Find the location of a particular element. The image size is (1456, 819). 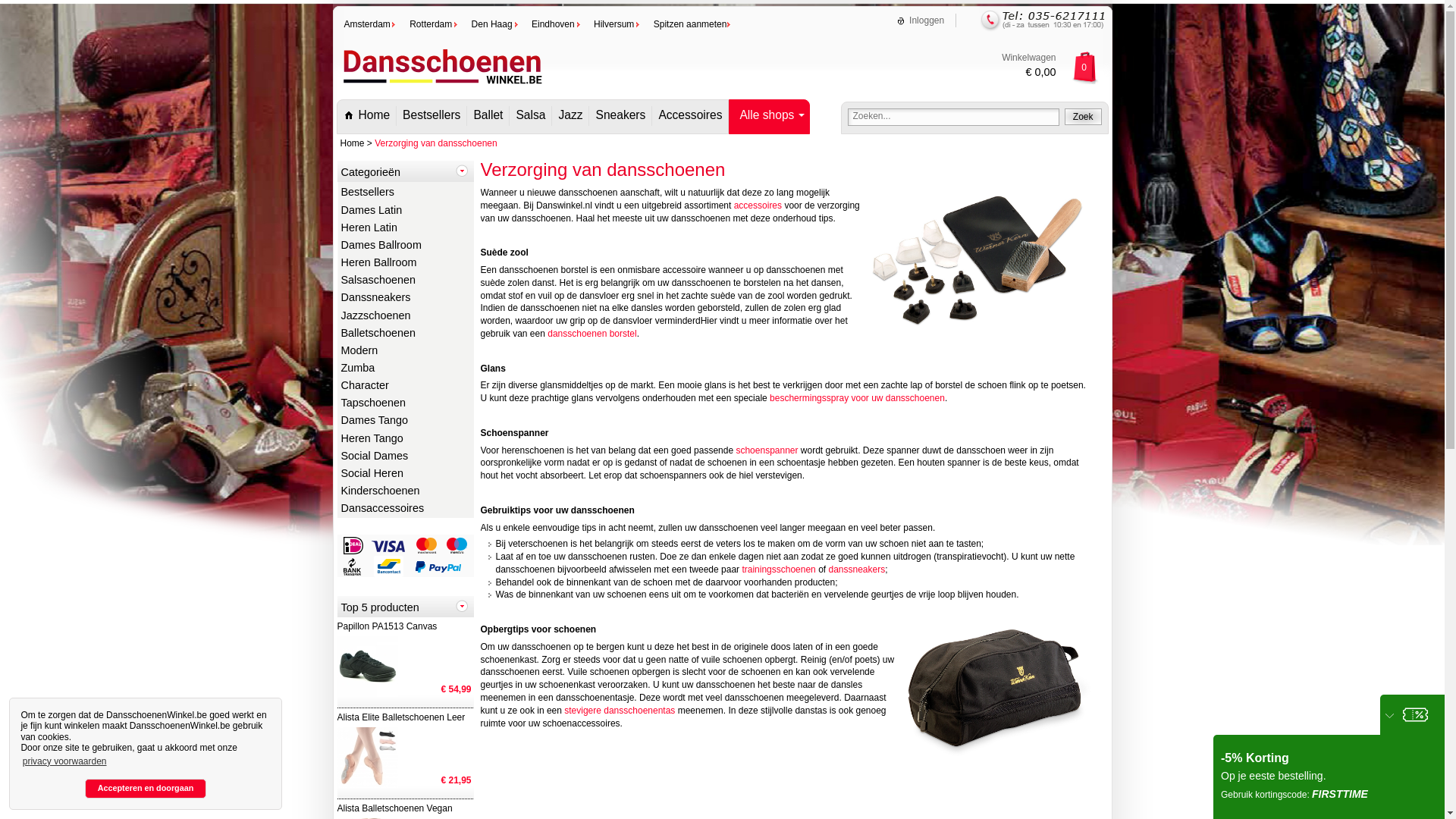

'Amsterdam' is located at coordinates (371, 24).